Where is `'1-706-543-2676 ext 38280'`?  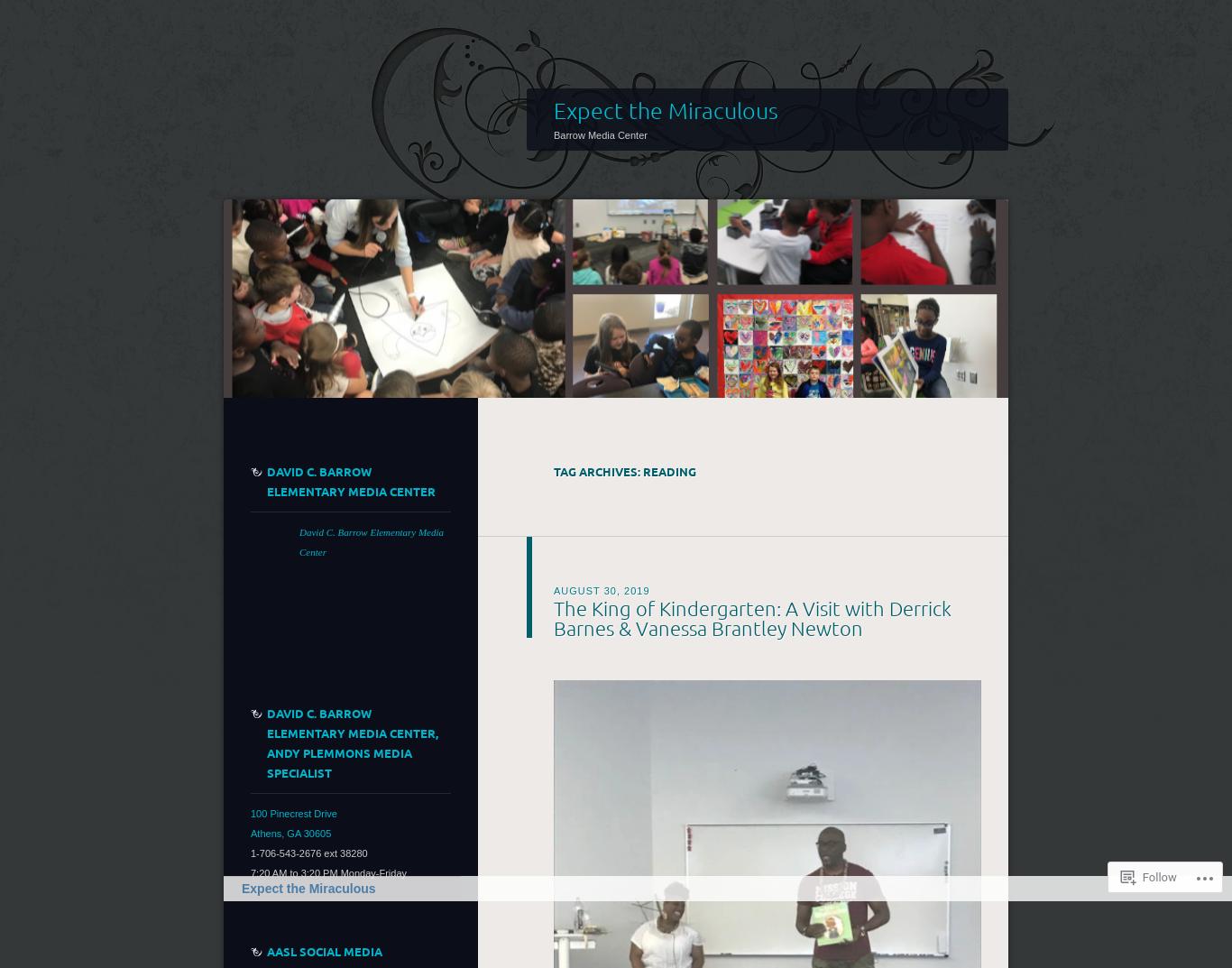 '1-706-543-2676 ext 38280' is located at coordinates (308, 852).